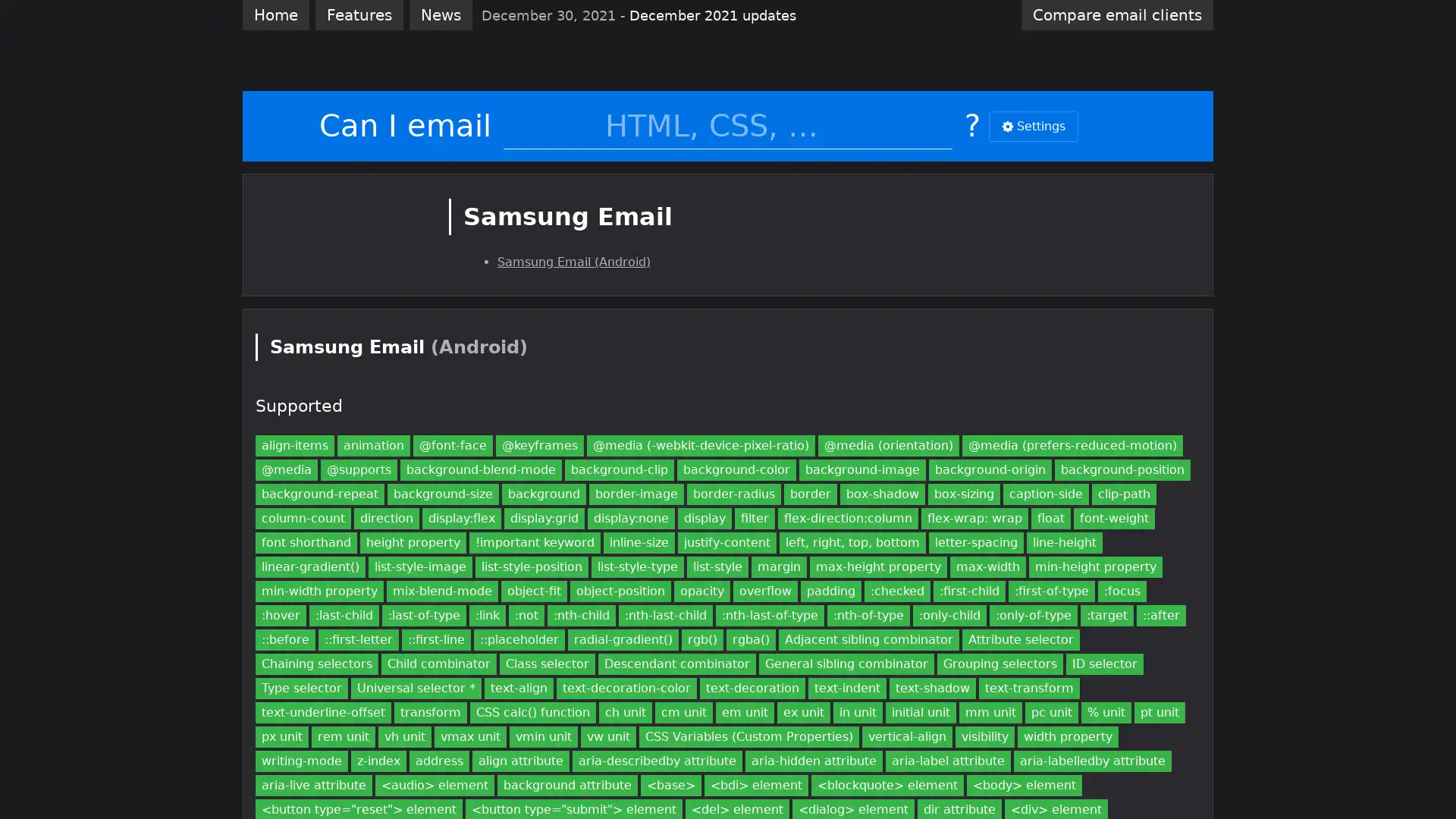 Image resolution: width=1456 pixels, height=819 pixels. I want to click on Settings, so click(1033, 124).